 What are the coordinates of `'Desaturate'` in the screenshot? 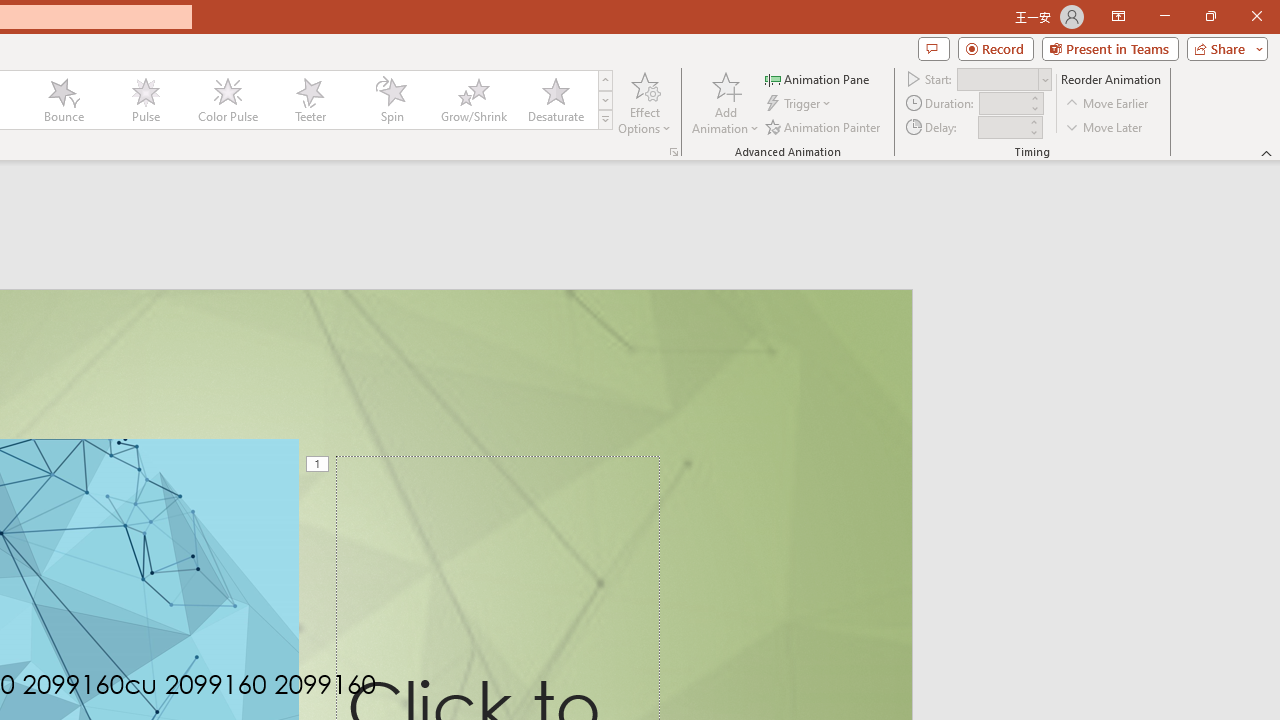 It's located at (555, 100).